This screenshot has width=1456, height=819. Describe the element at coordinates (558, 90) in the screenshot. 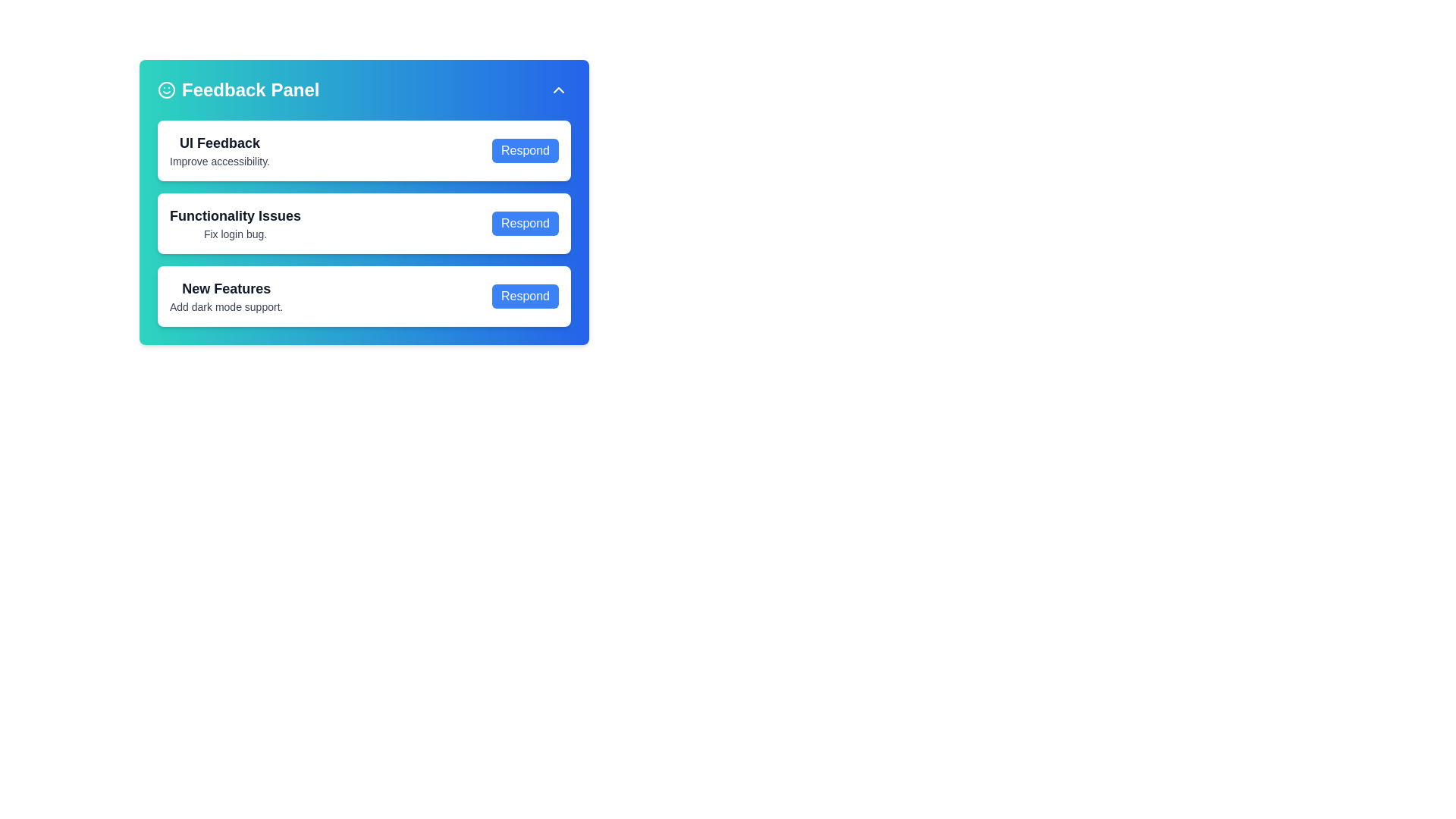

I see `the chevron icon in the top-right corner of the Feedback Panel` at that location.